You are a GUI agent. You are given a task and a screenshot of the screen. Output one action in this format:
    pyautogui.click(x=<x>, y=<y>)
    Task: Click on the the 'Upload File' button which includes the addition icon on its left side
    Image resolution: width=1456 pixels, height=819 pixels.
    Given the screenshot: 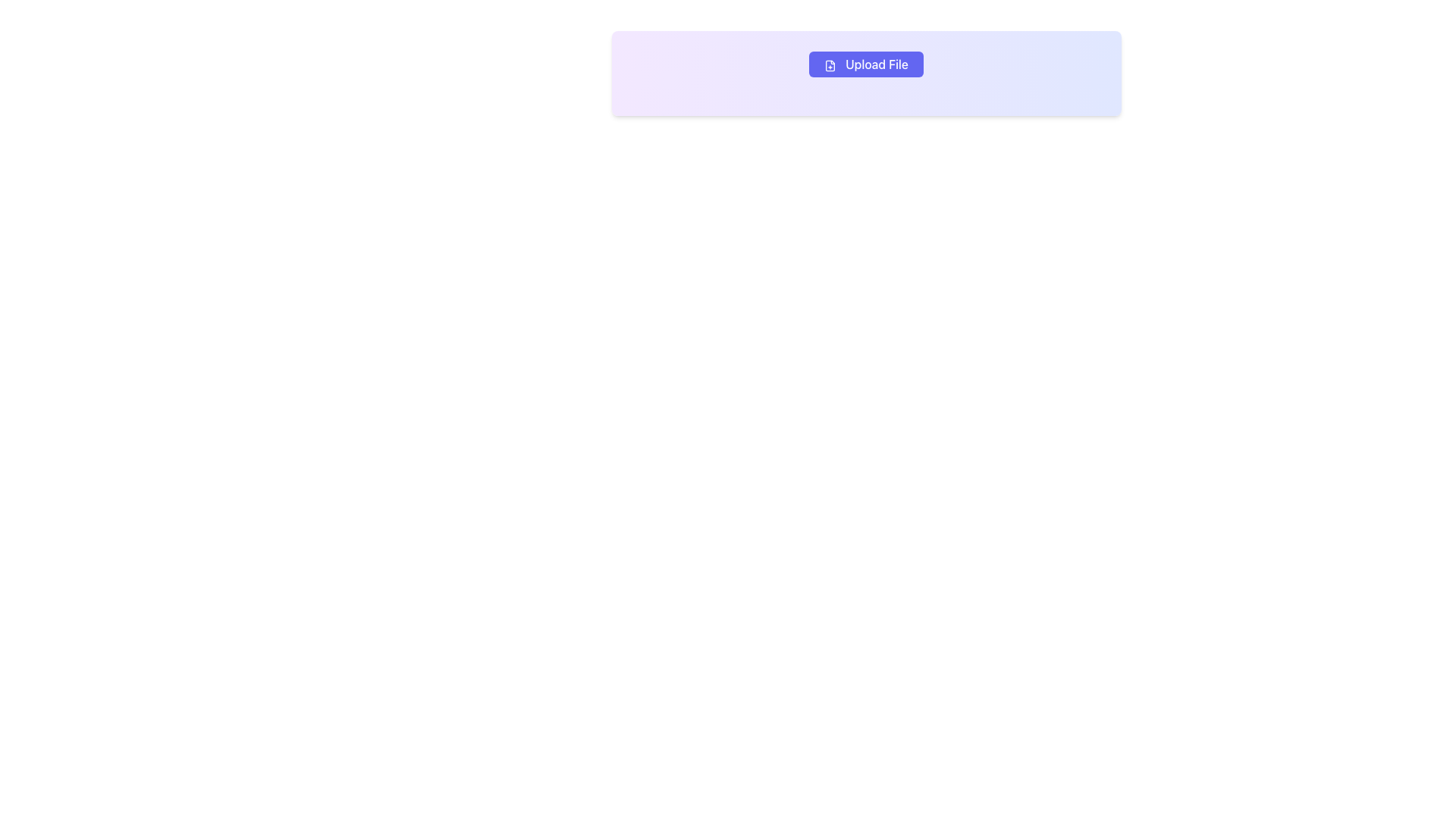 What is the action you would take?
    pyautogui.click(x=830, y=64)
    